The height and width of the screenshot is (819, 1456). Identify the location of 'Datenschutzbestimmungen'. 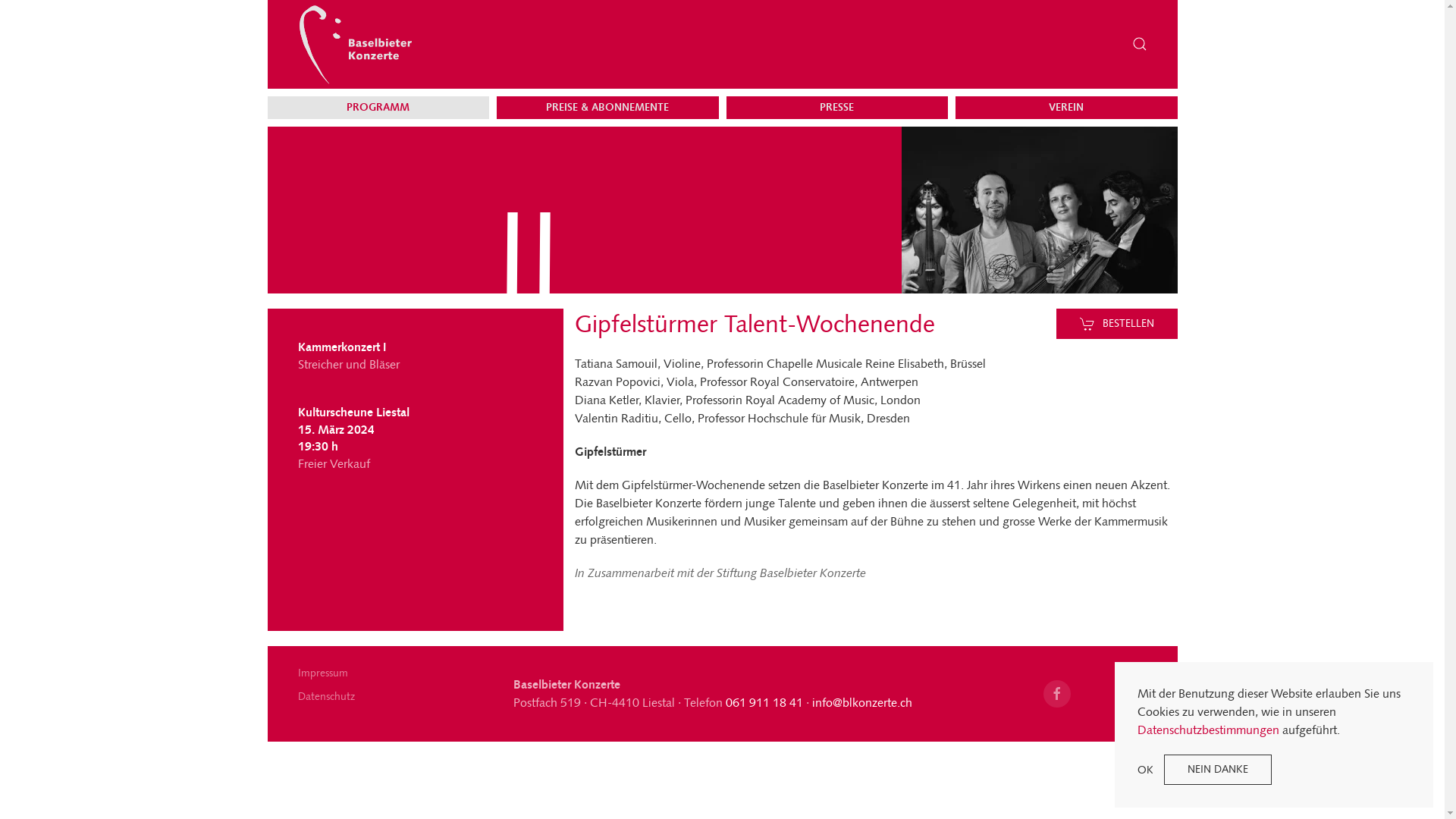
(1137, 729).